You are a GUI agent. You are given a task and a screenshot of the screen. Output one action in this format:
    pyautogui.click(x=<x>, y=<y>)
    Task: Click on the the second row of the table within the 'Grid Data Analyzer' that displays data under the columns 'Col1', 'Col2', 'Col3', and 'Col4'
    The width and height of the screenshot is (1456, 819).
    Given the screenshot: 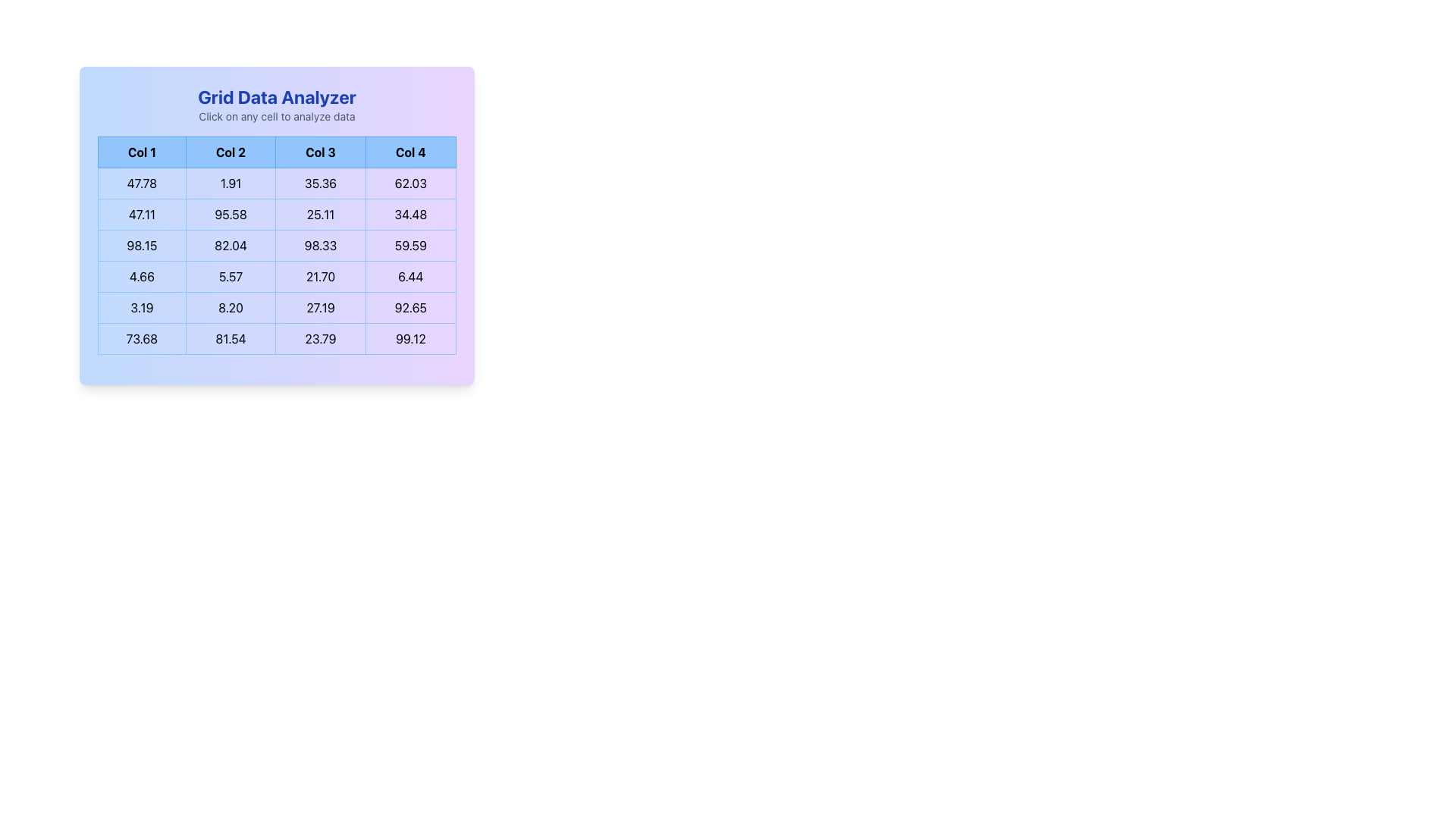 What is the action you would take?
    pyautogui.click(x=277, y=214)
    